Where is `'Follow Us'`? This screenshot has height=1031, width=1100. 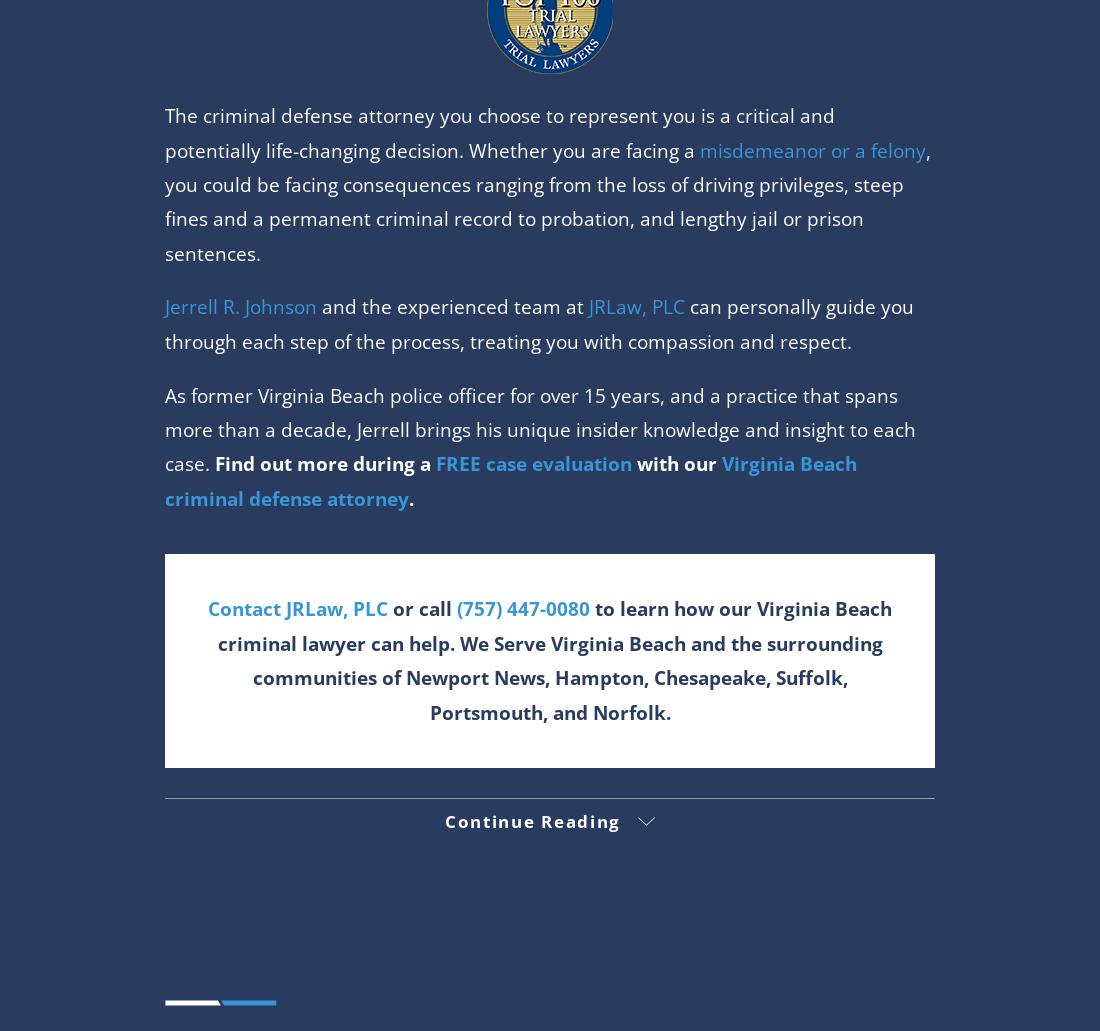 'Follow Us' is located at coordinates (549, 779).